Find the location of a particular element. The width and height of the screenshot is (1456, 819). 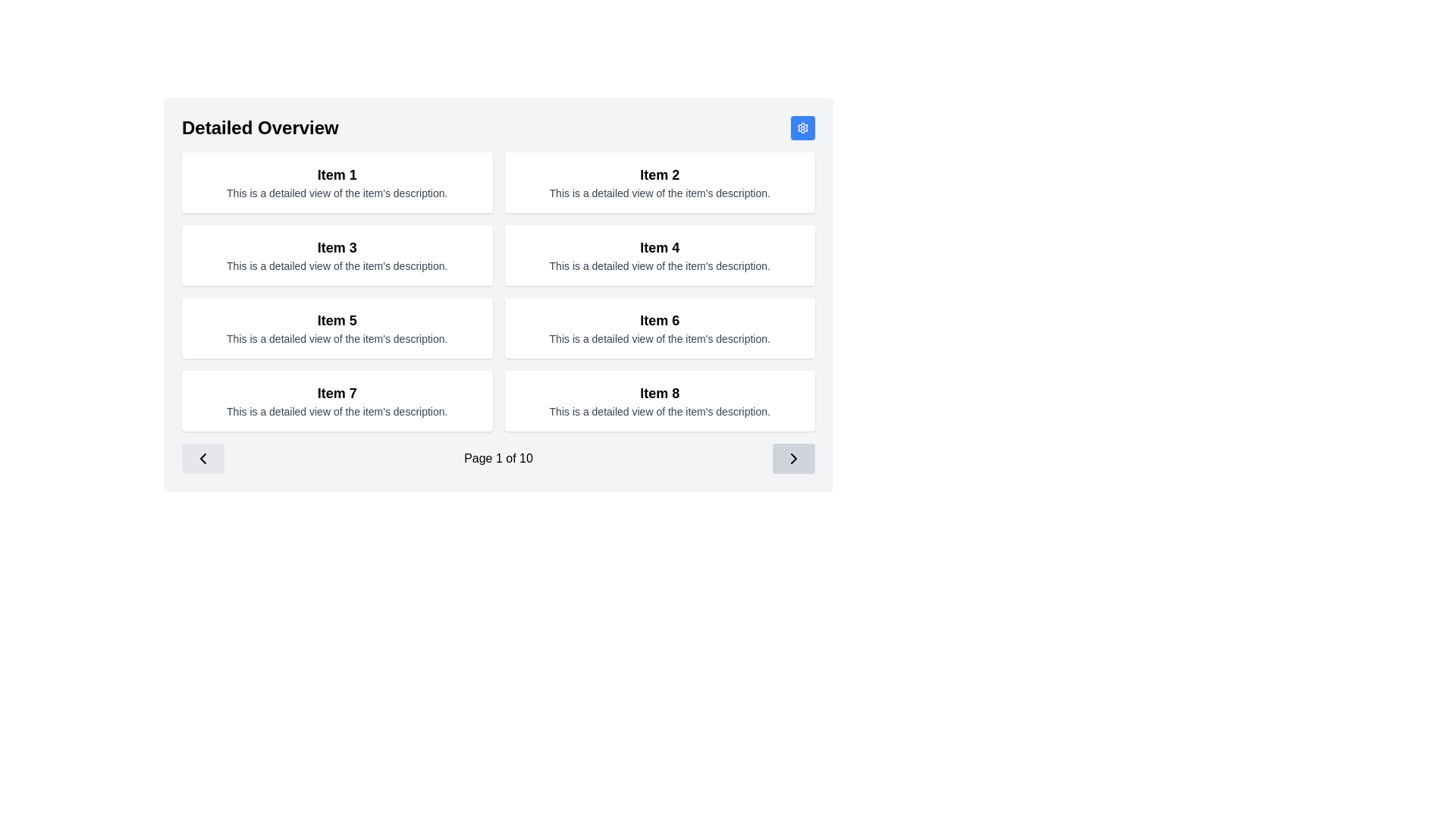

the Card displaying detailed information about an item located in the second column of the third row of the grid layout is located at coordinates (660, 327).